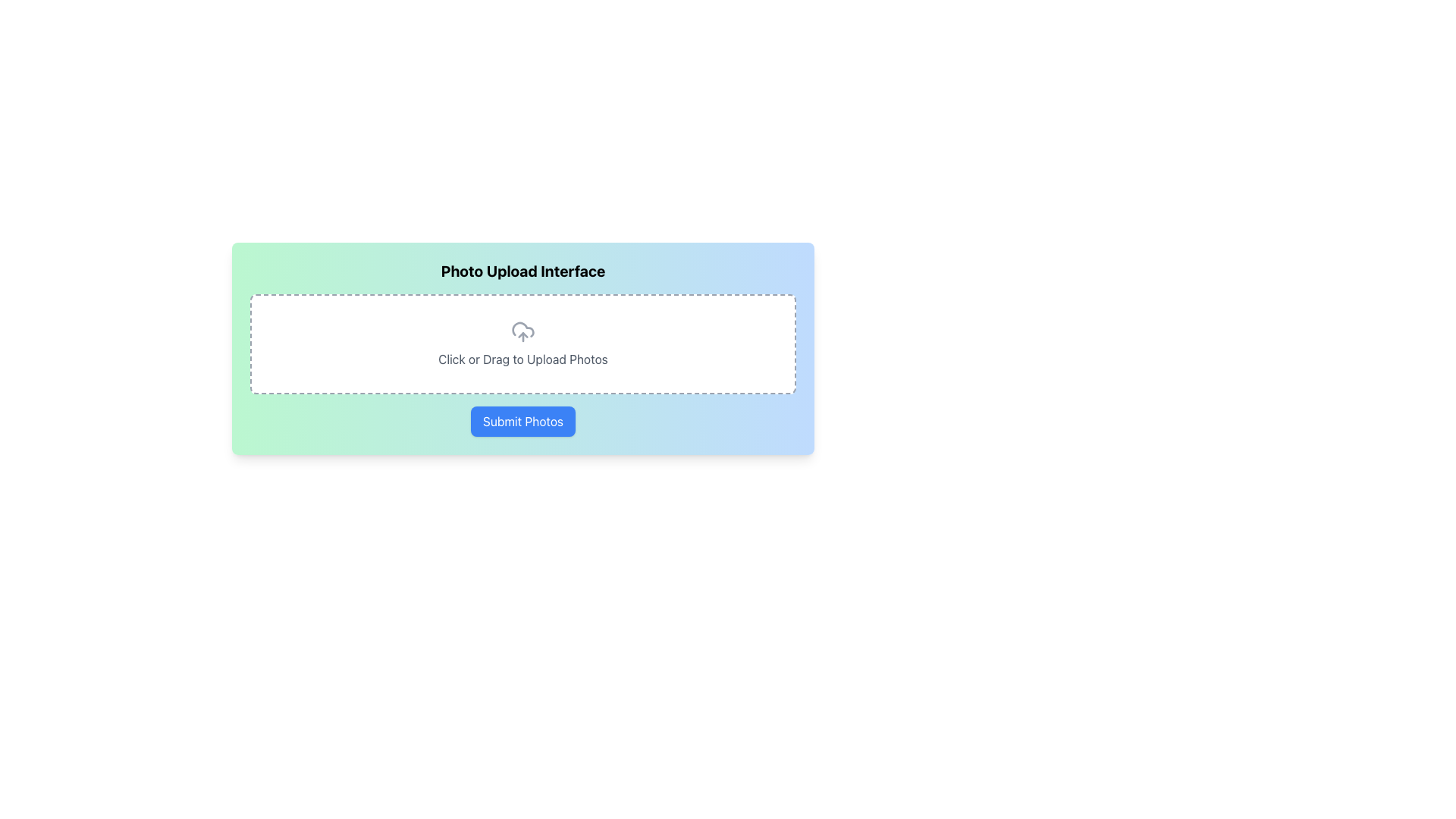 The width and height of the screenshot is (1456, 819). I want to click on the upper boundary of the cloud icon, which visually emphasizes the upload functionality, located above the 'Click or Drag to Upload Photos' text, so click(523, 328).